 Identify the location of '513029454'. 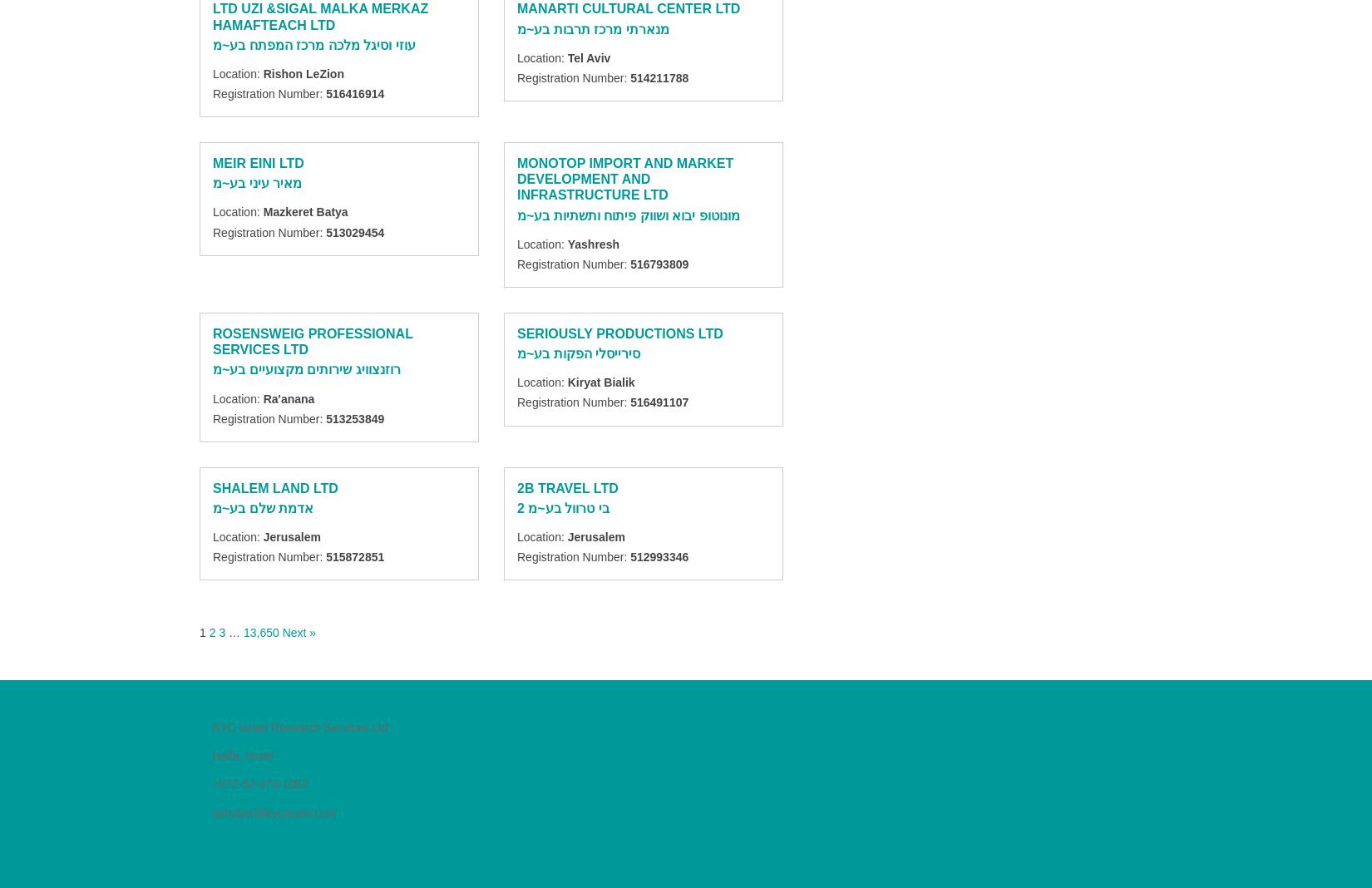
(354, 230).